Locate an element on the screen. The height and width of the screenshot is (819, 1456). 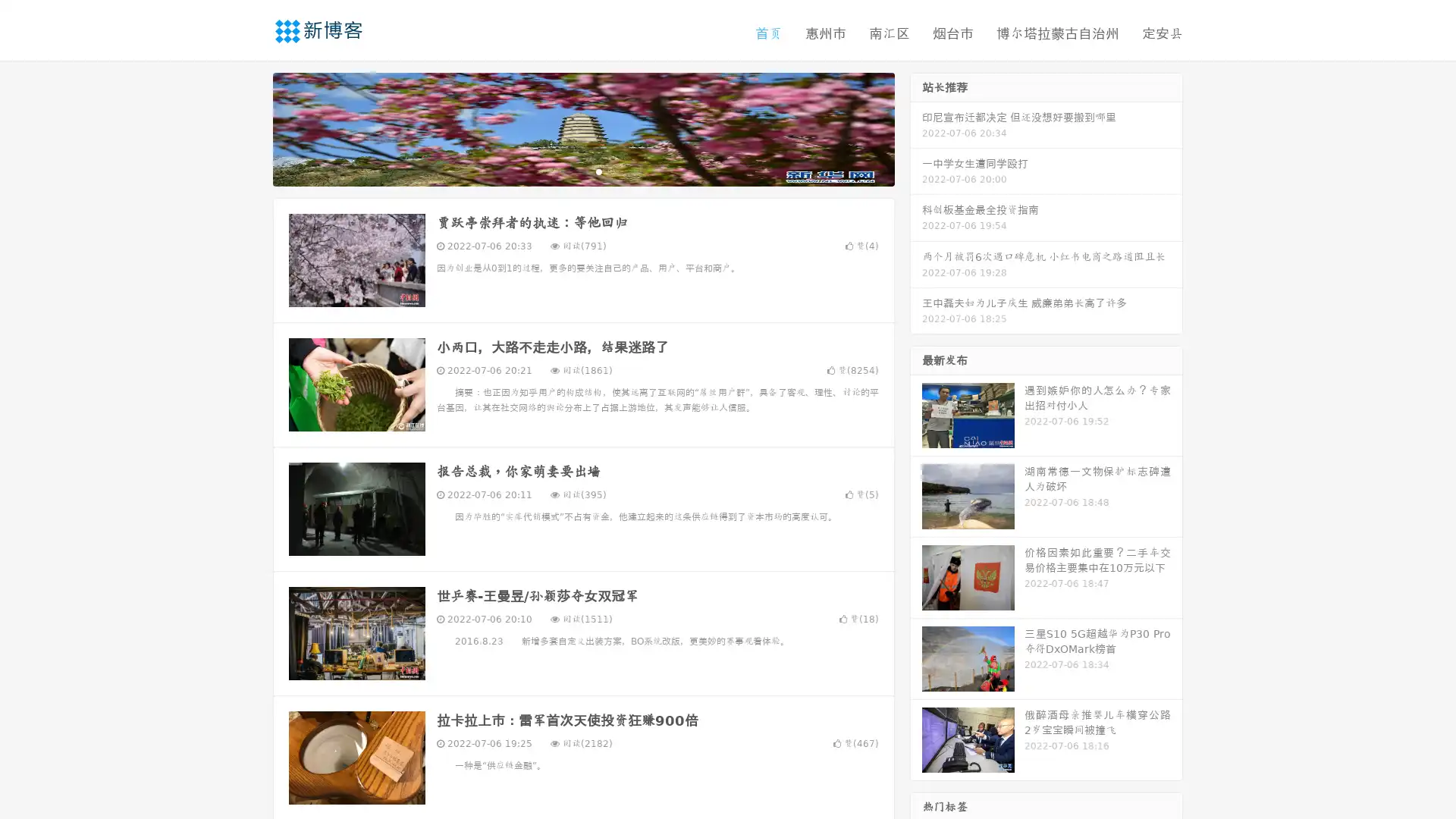
Next slide is located at coordinates (916, 127).